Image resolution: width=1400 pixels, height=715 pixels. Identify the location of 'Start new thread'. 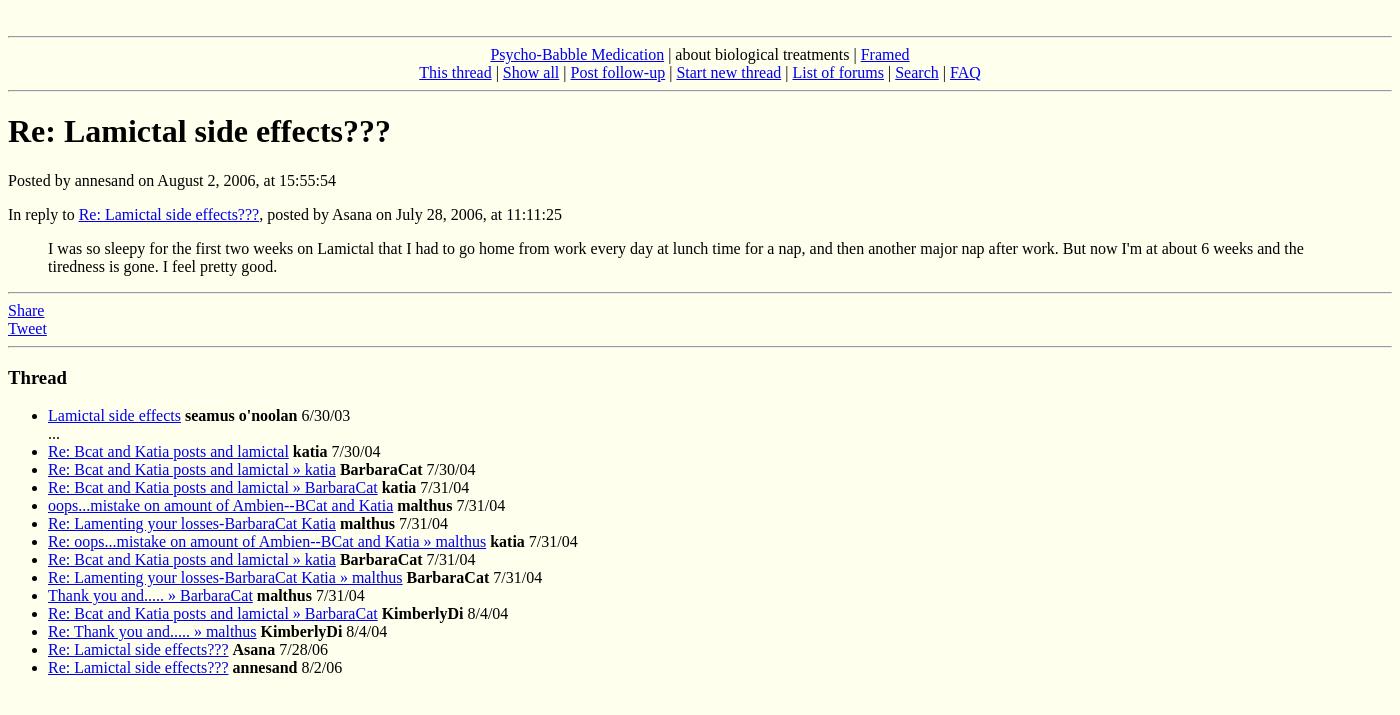
(728, 72).